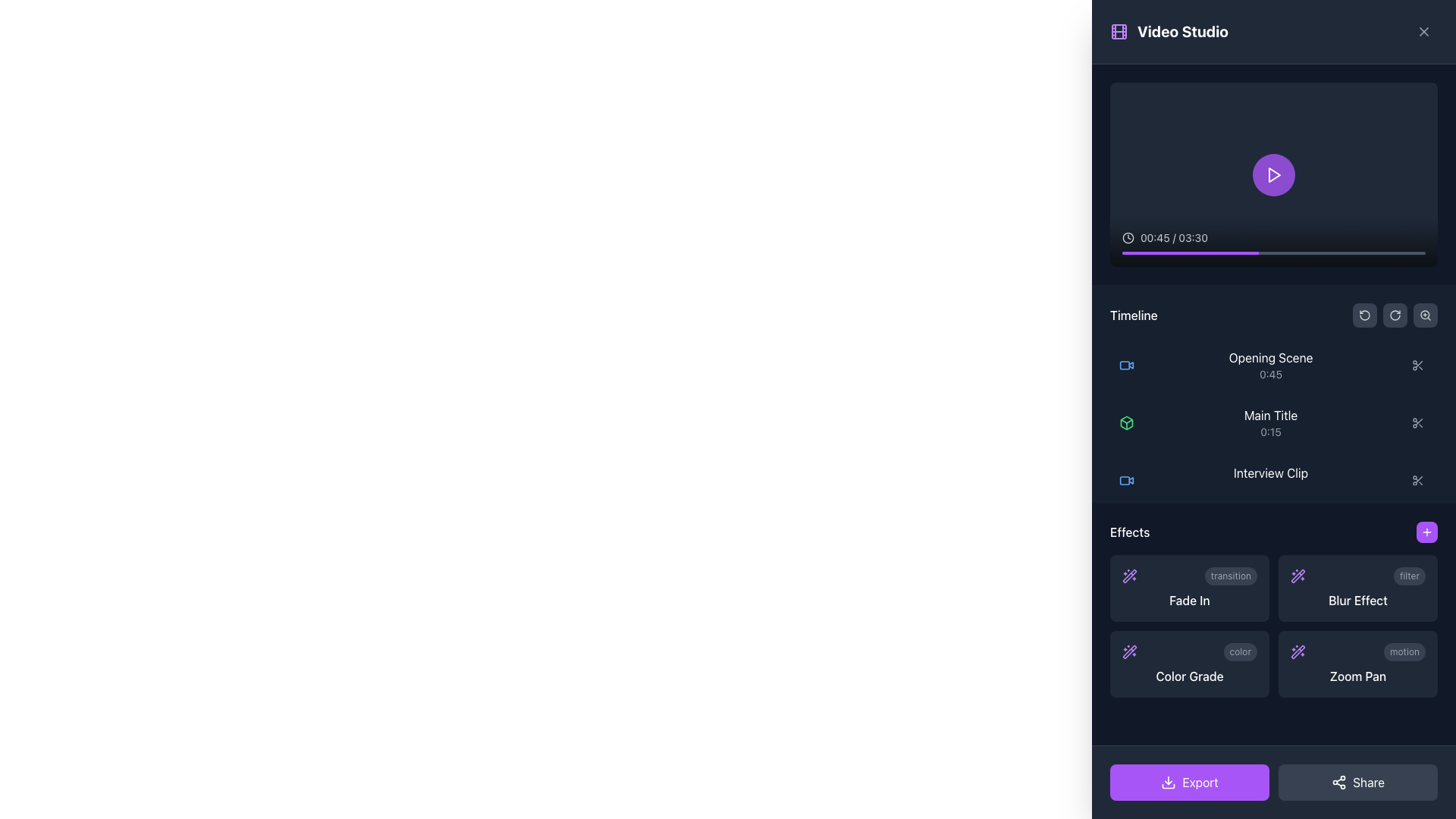 The width and height of the screenshot is (1456, 819). What do you see at coordinates (1274, 174) in the screenshot?
I see `the progress bar of the video player interface` at bounding box center [1274, 174].